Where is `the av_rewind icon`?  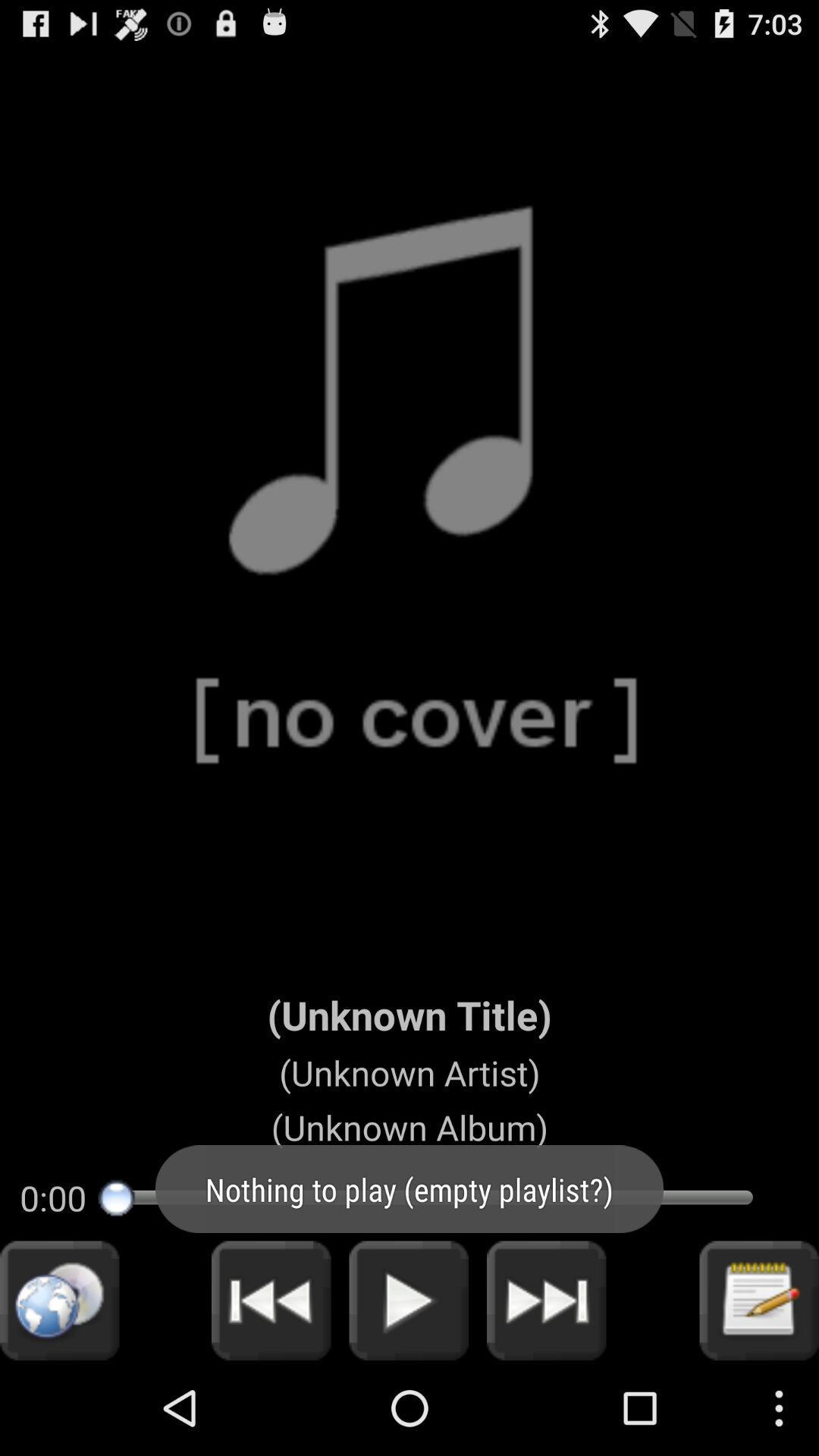 the av_rewind icon is located at coordinates (270, 1392).